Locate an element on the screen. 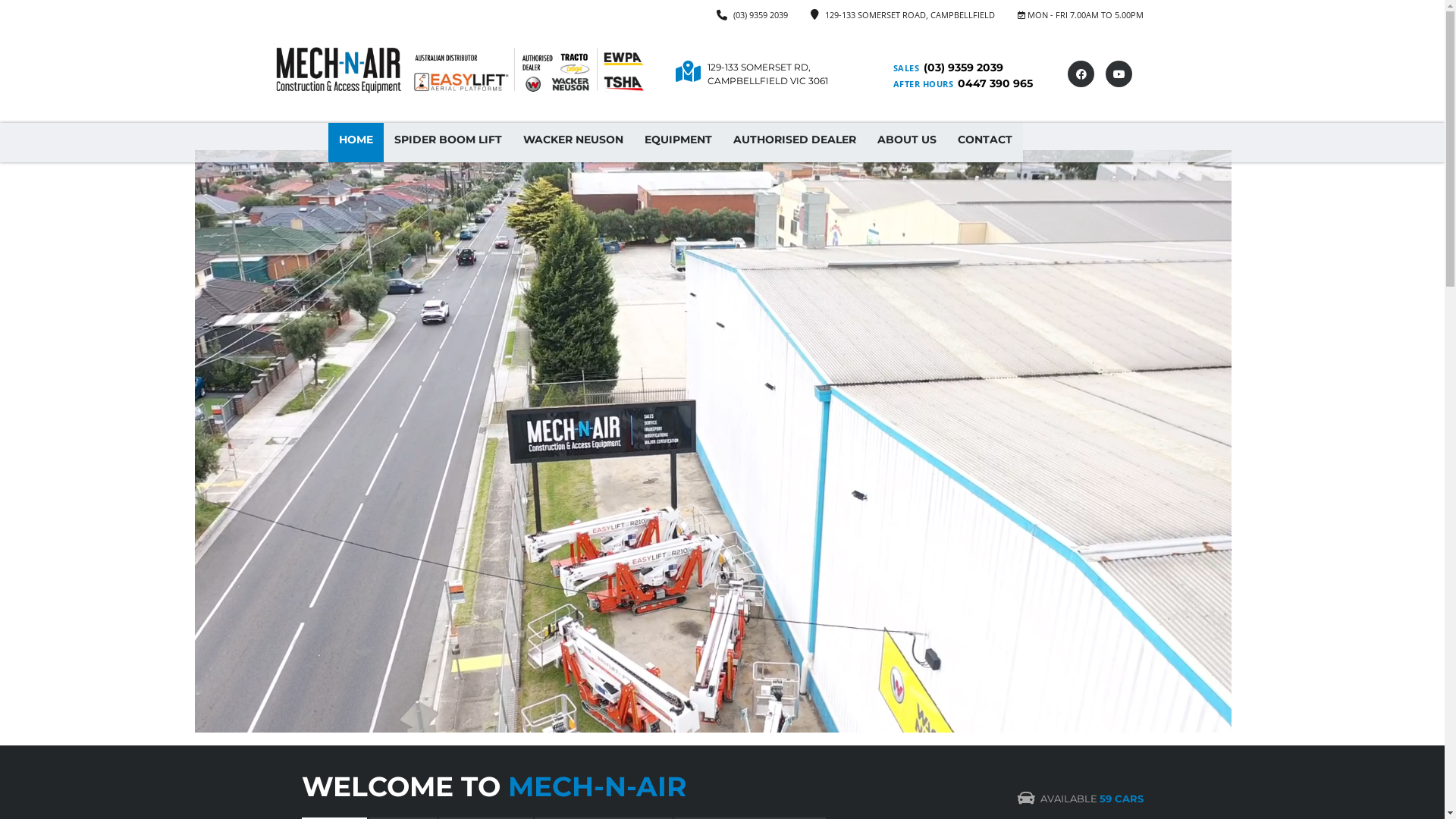 This screenshot has height=819, width=1456. 'AUTHORISED DEALER' is located at coordinates (792, 143).